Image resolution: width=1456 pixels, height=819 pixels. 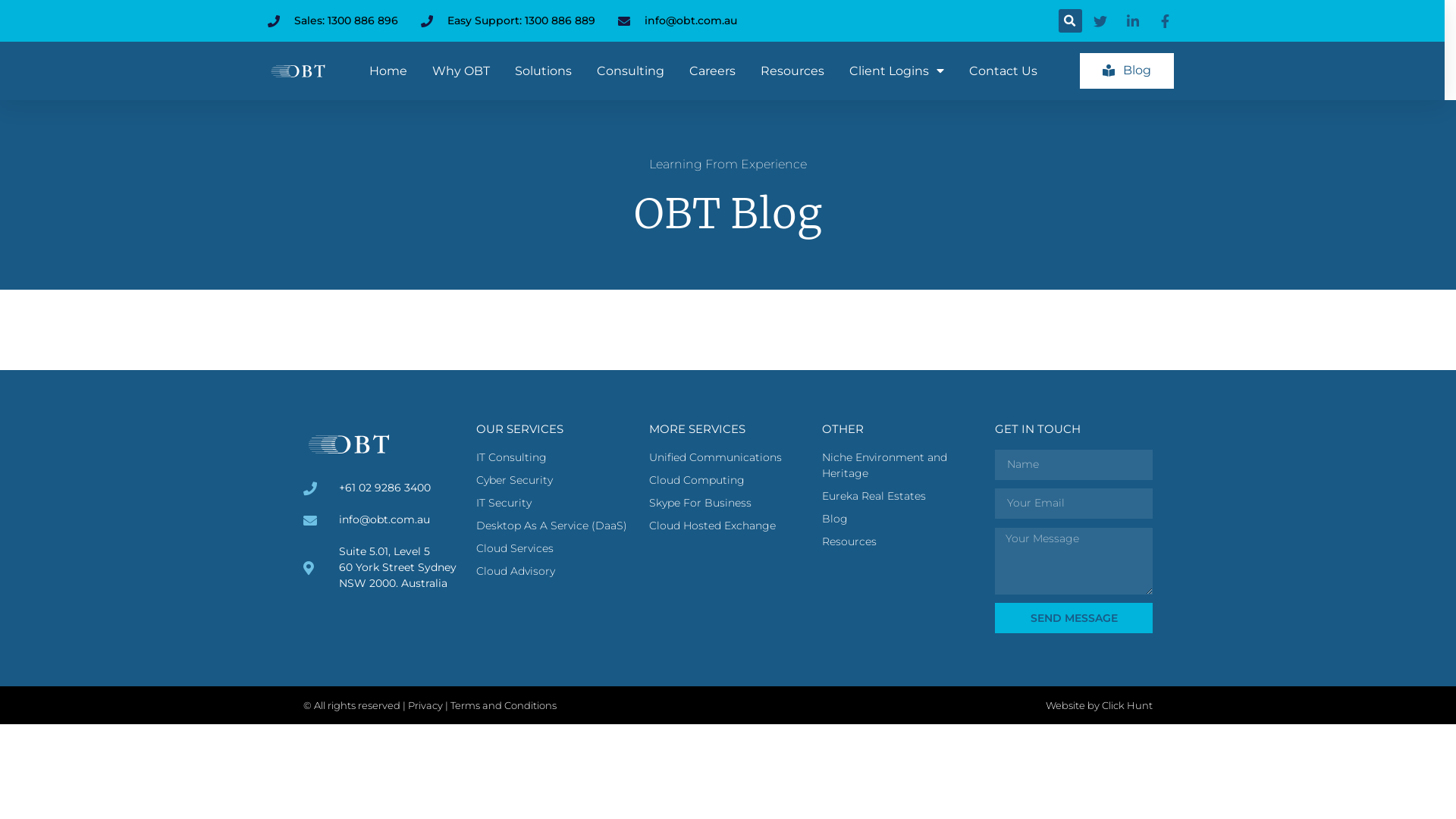 I want to click on 'Cyber Security', so click(x=554, y=480).